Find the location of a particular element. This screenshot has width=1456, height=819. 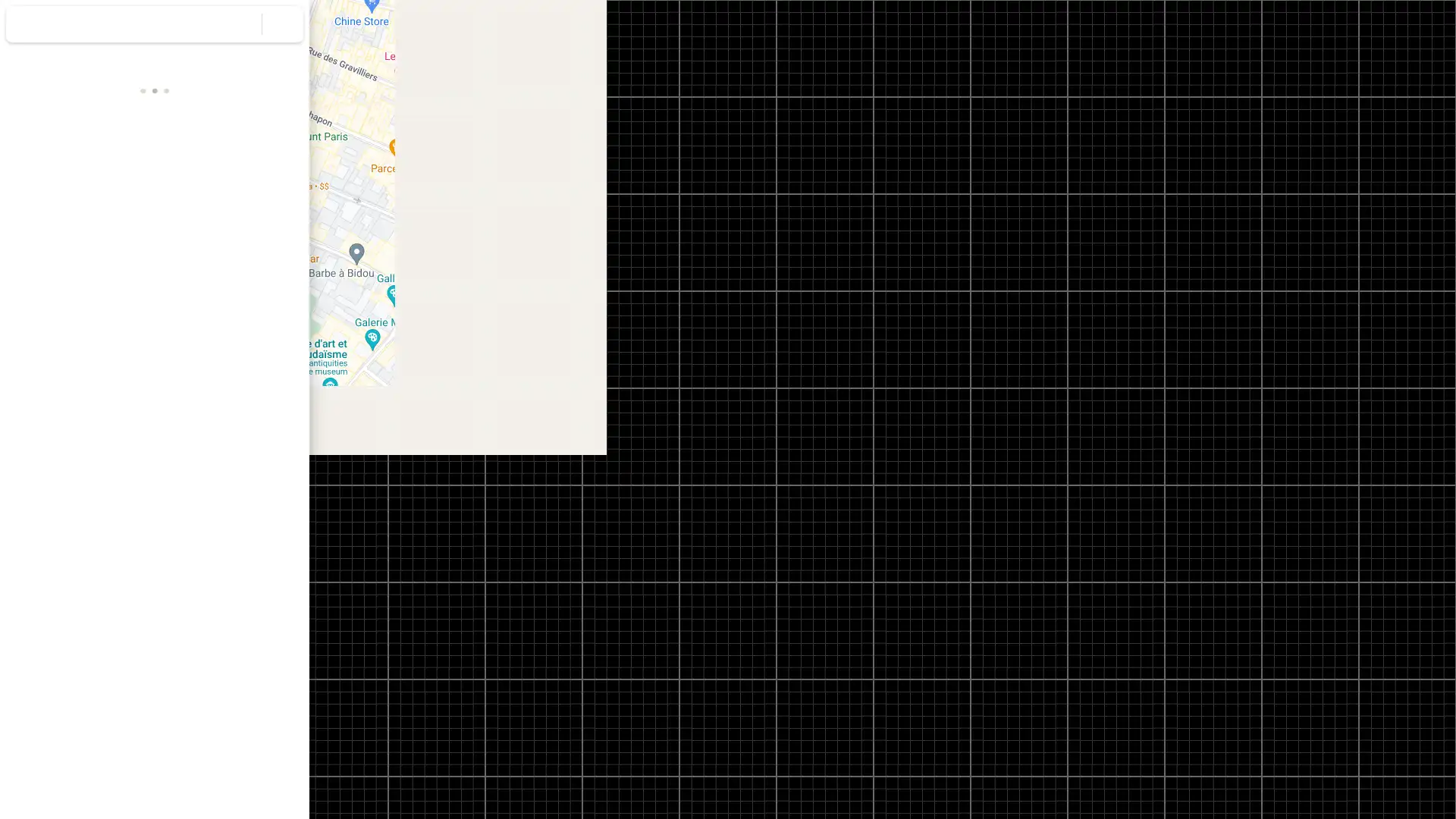

Menu is located at coordinates (27, 26).